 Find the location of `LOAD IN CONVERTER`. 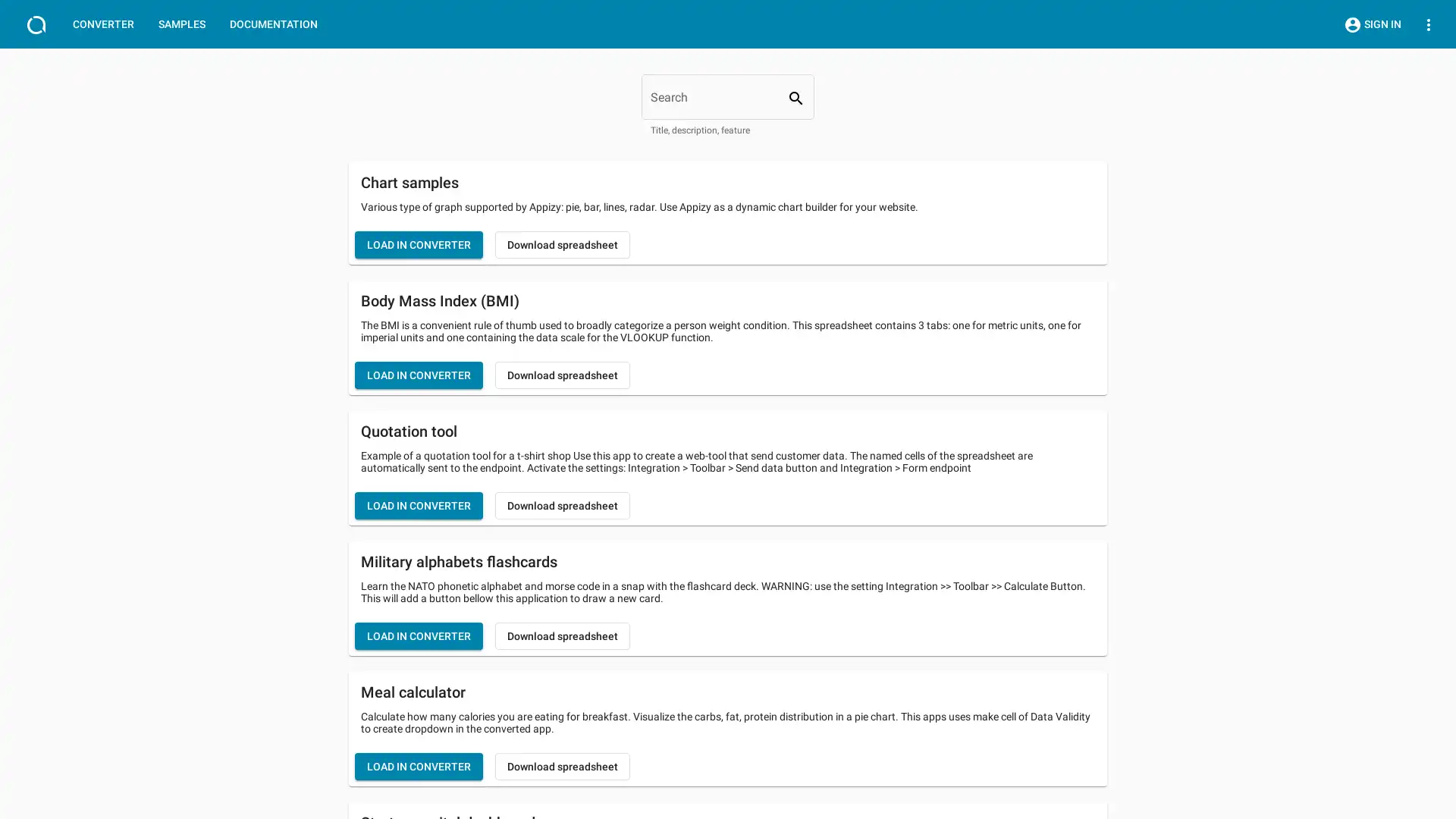

LOAD IN CONVERTER is located at coordinates (419, 375).